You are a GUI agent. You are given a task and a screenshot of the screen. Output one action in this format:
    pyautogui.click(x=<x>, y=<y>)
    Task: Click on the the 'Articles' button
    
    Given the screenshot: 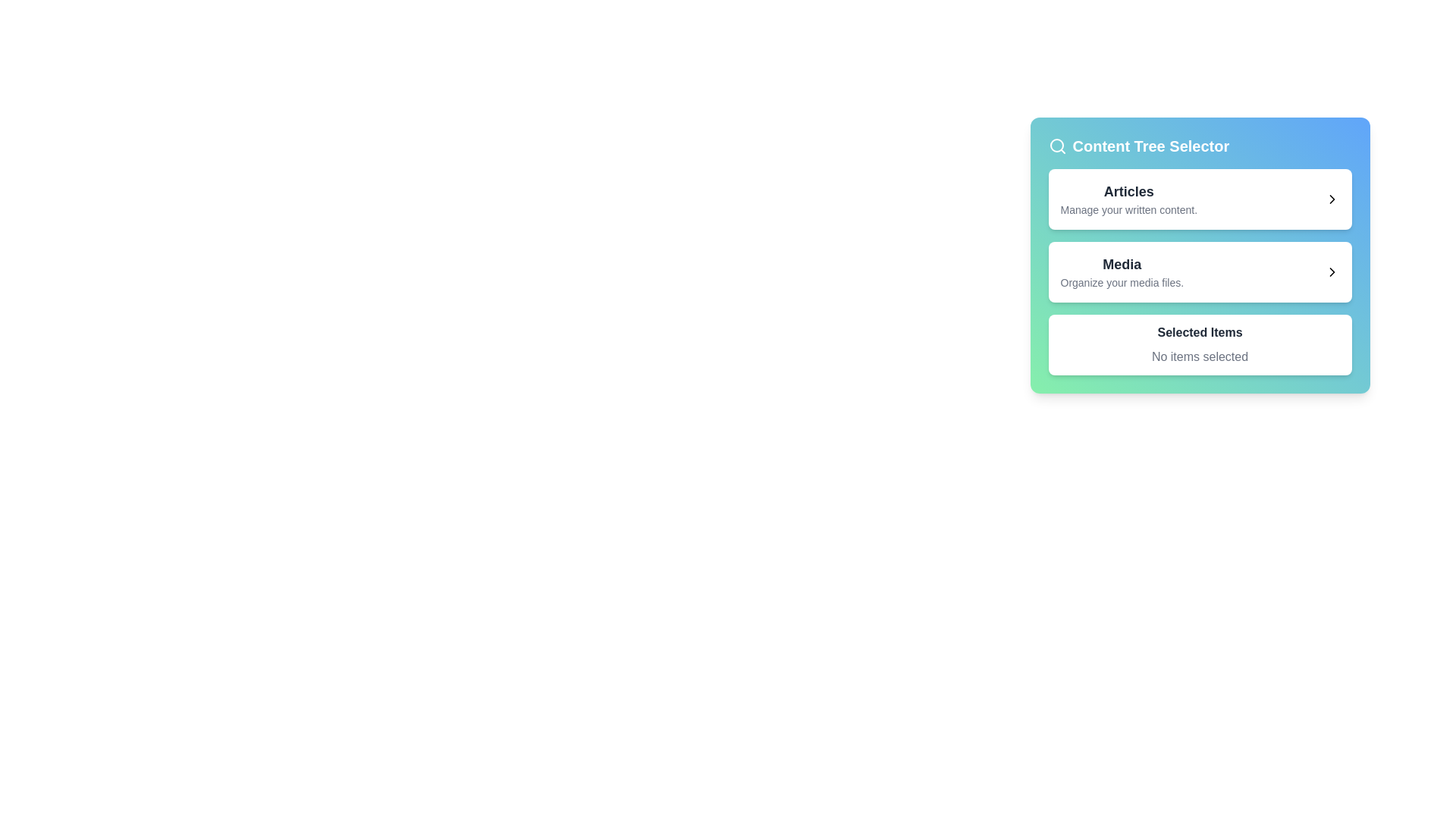 What is the action you would take?
    pyautogui.click(x=1199, y=198)
    